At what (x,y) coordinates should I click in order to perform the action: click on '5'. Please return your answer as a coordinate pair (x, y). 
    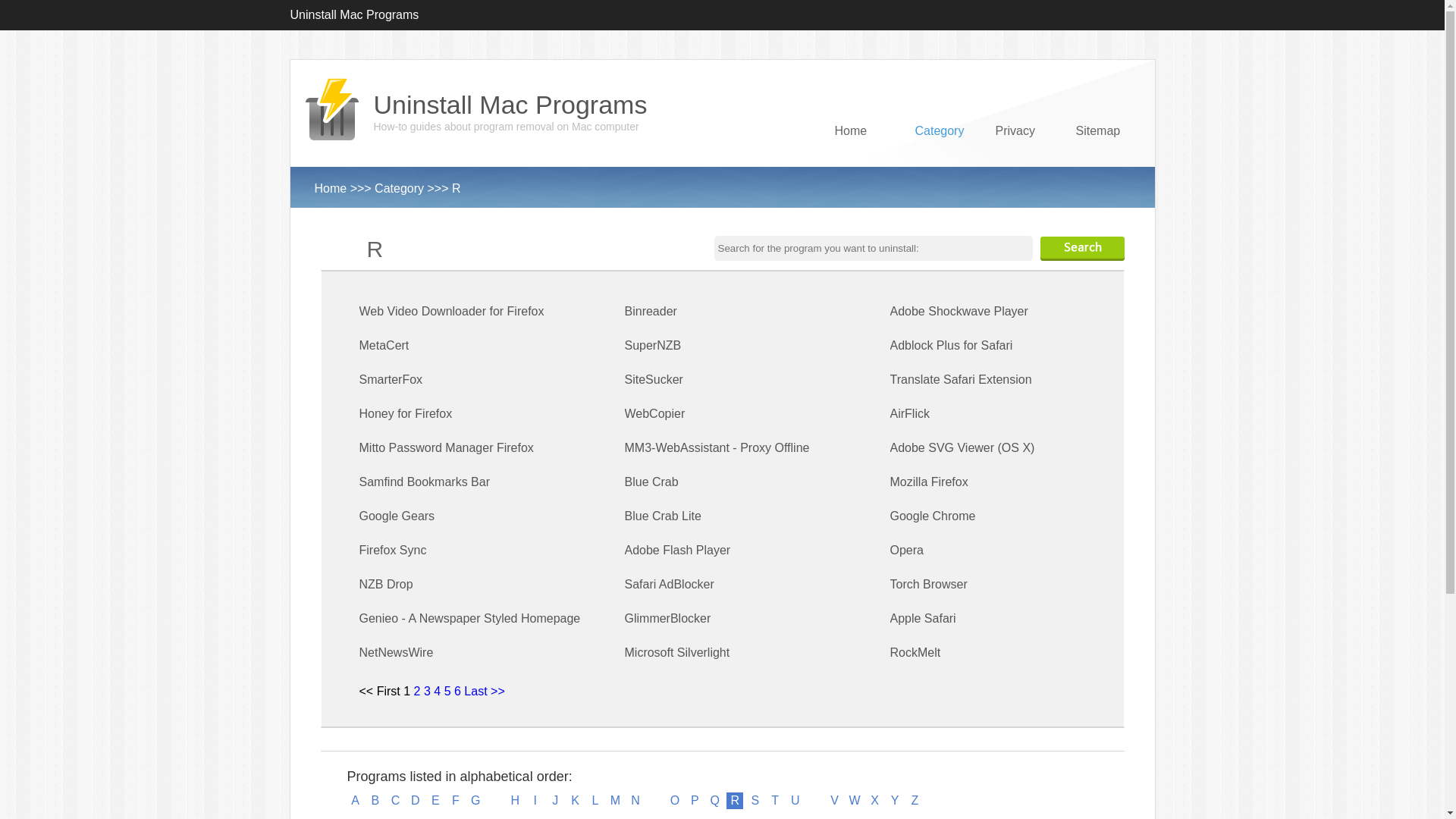
    Looking at the image, I should click on (447, 691).